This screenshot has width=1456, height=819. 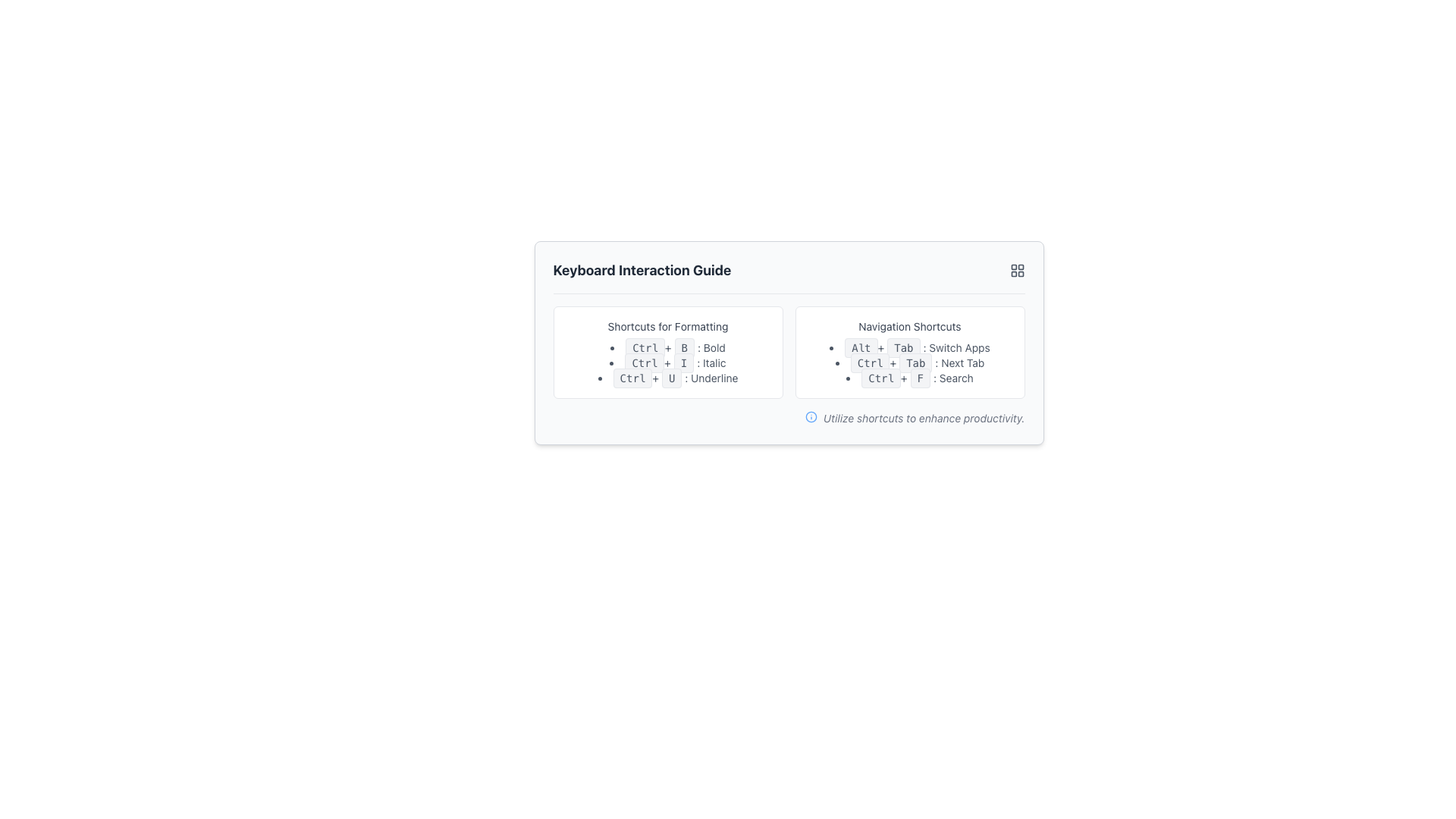 I want to click on the primary header titled 'Keyboard Interaction Guide', so click(x=789, y=277).